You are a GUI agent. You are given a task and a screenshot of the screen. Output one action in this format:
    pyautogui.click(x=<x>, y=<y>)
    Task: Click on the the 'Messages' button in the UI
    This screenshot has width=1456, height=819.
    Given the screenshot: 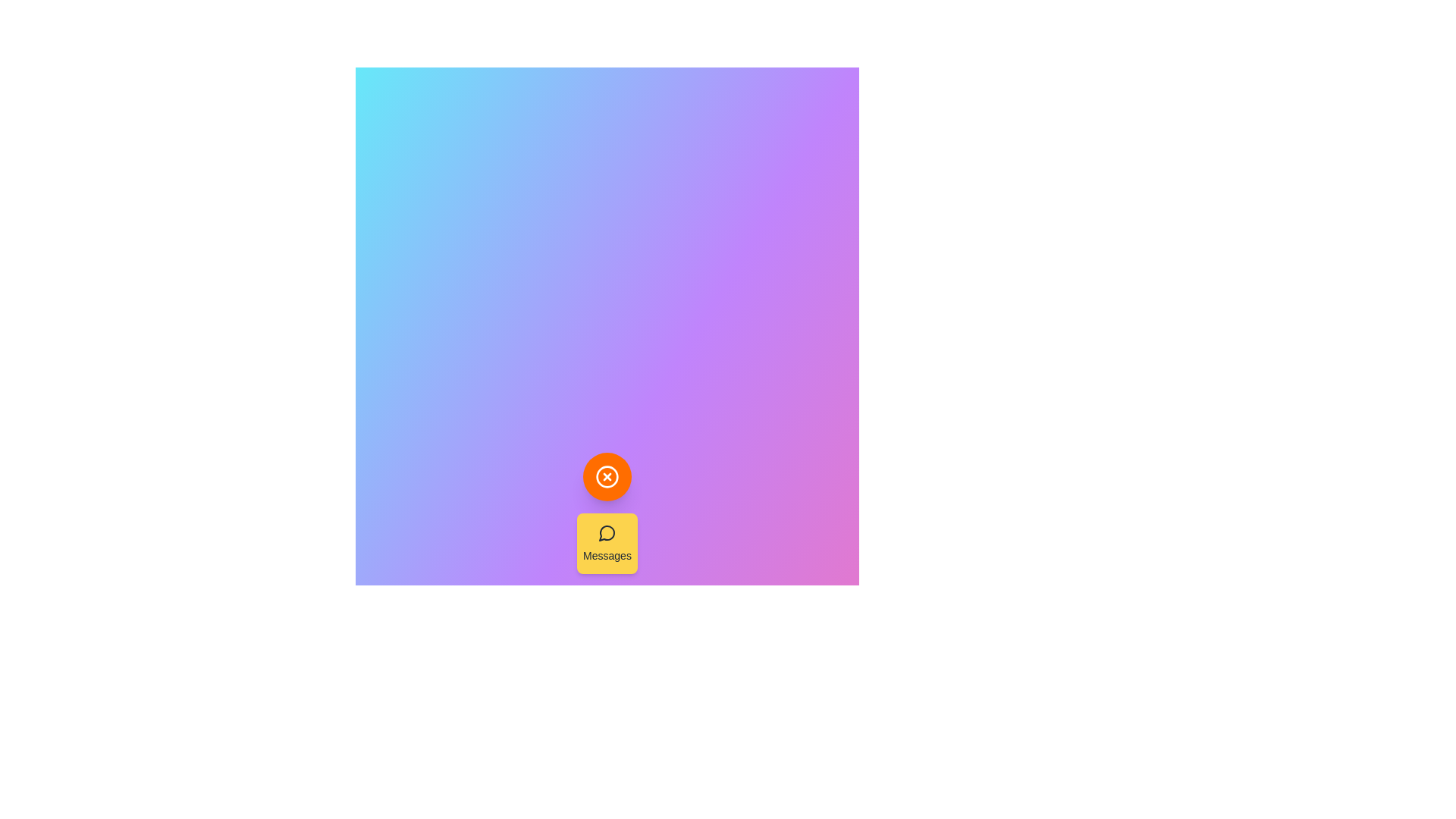 What is the action you would take?
    pyautogui.click(x=607, y=543)
    